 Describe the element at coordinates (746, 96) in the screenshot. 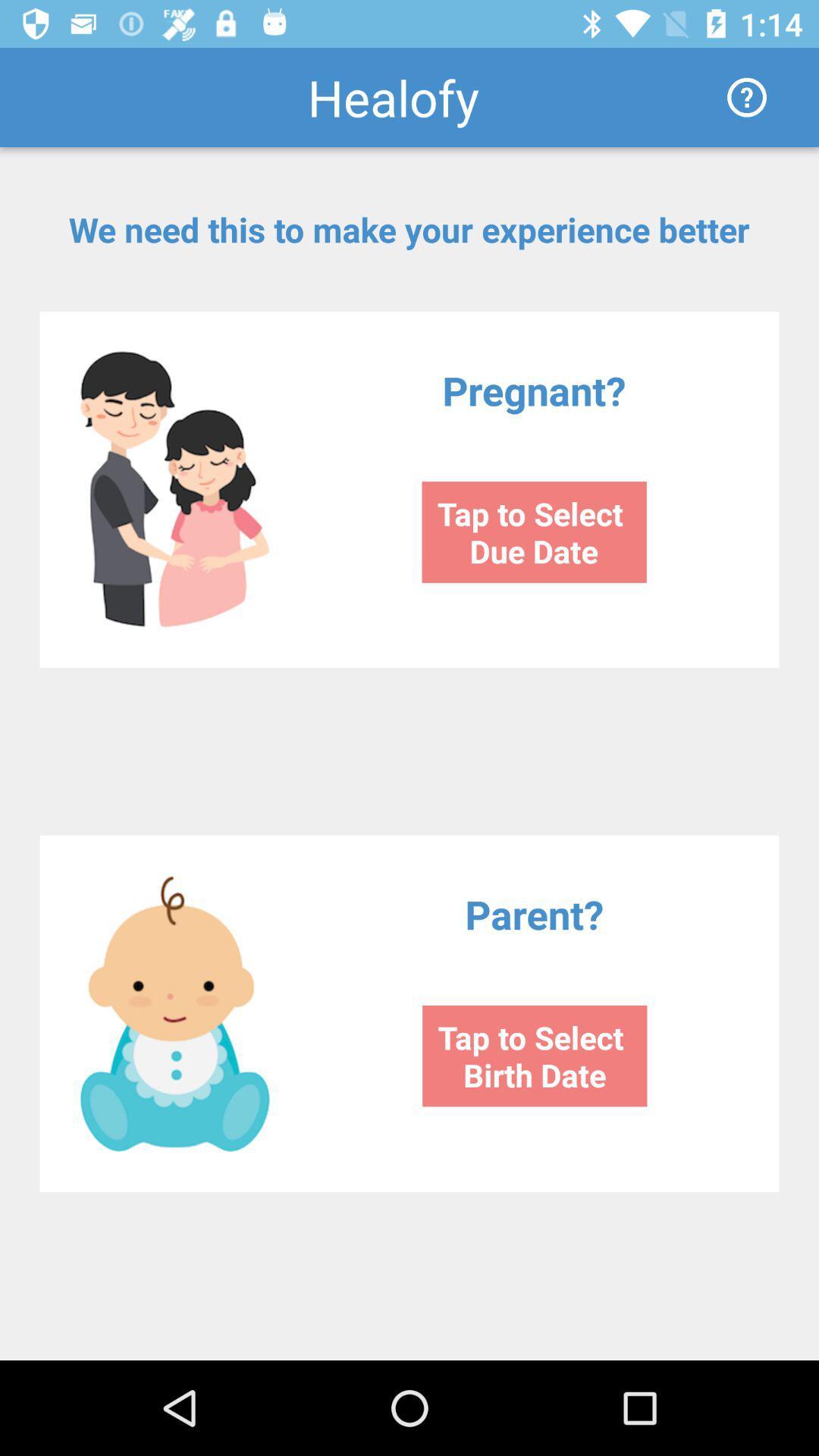

I see `open help page` at that location.